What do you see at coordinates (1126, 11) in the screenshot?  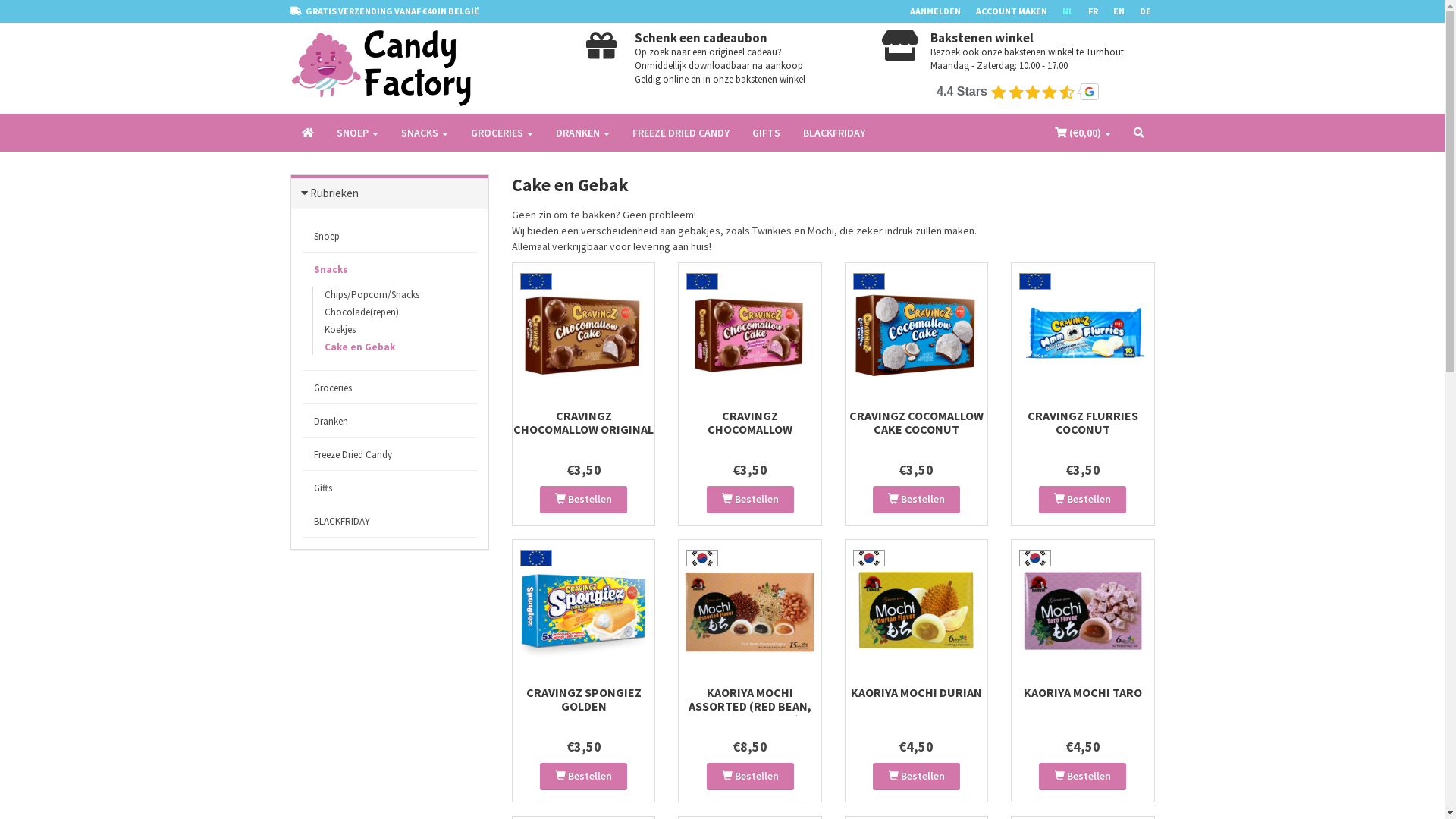 I see `'EN'` at bounding box center [1126, 11].